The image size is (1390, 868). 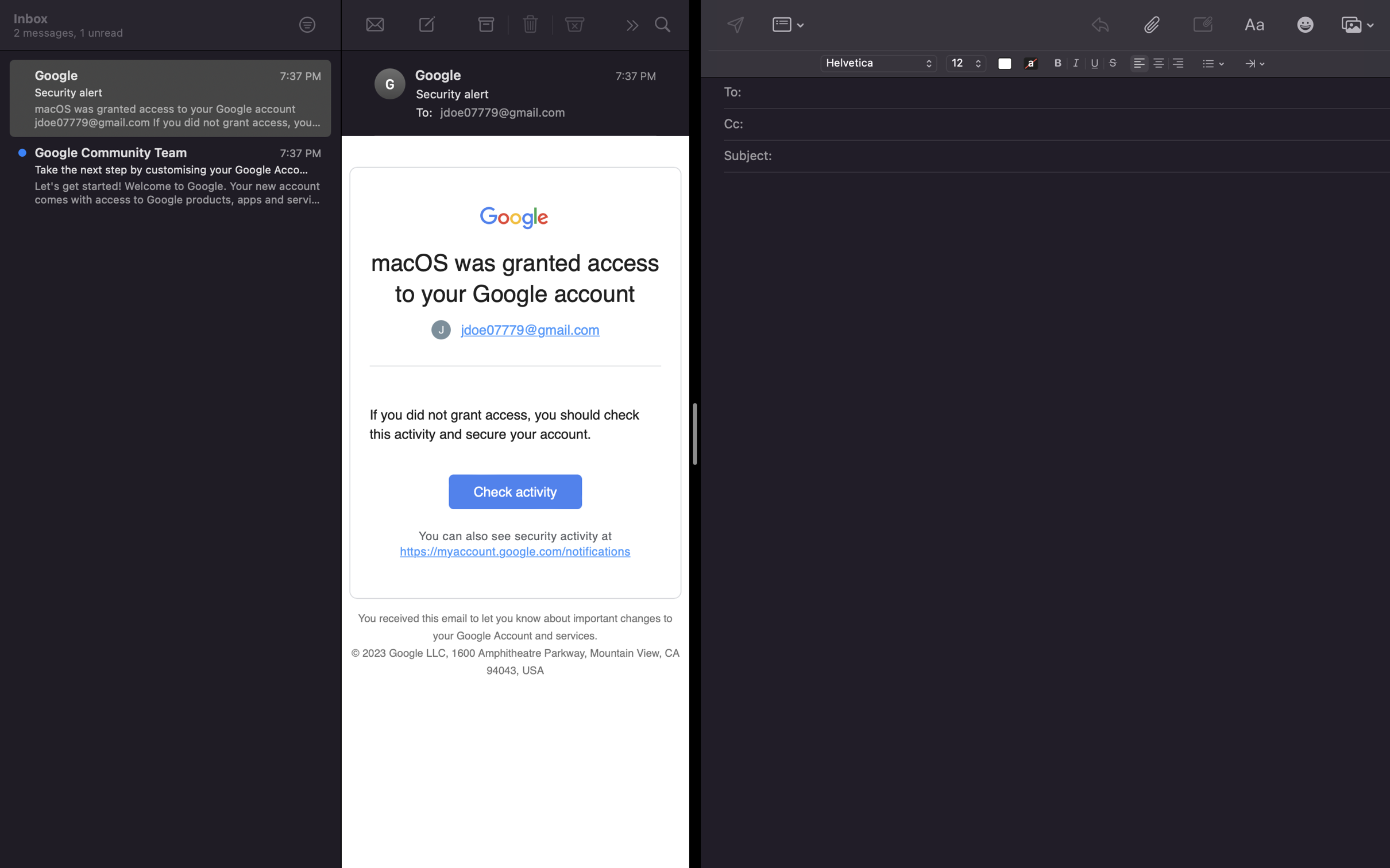 I want to click on Enter "sarah@gmail.com" as the email recipient, so click(x=1065, y=93).